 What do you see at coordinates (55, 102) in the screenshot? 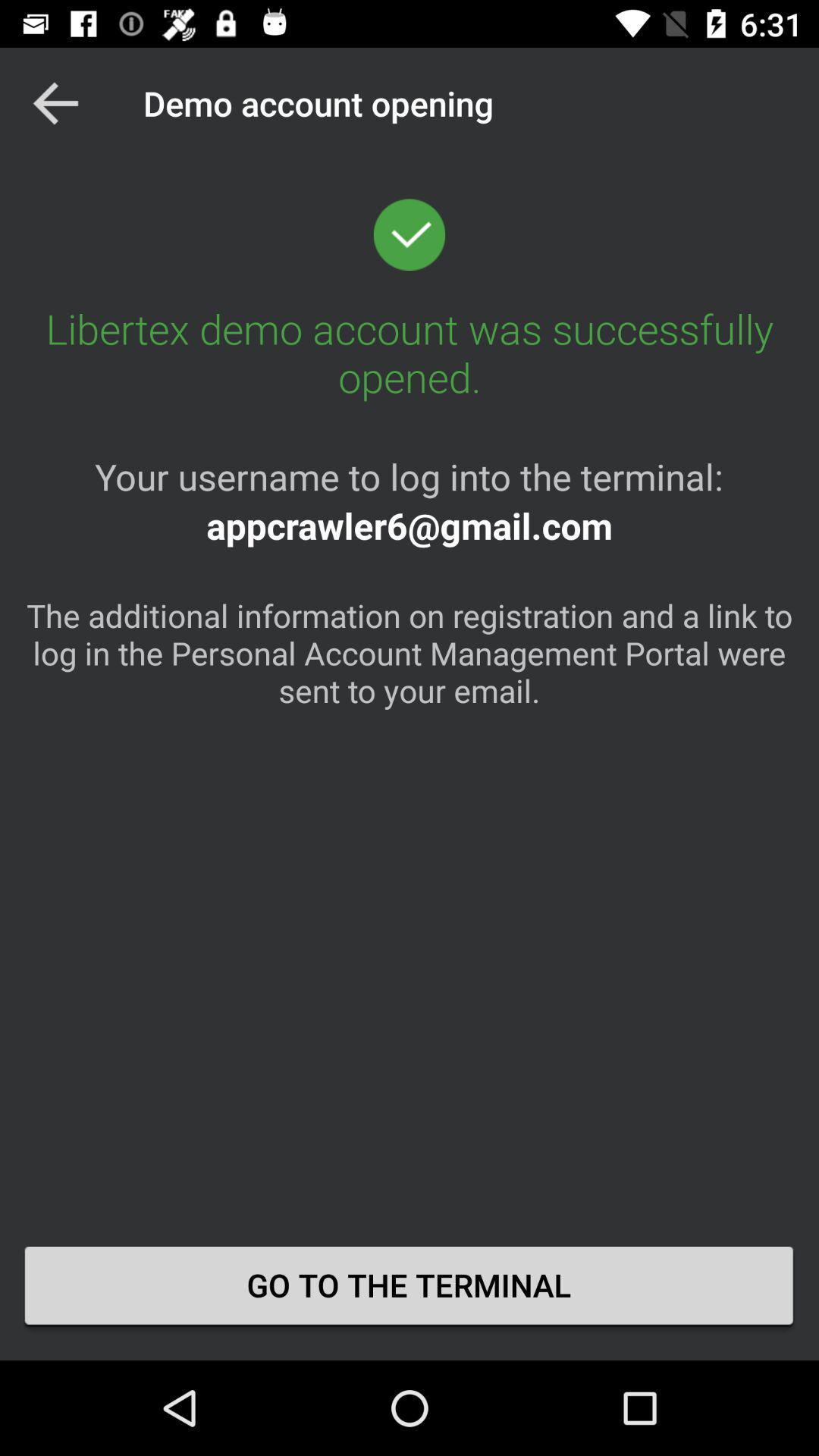
I see `the app to the left of the demo account opening app` at bounding box center [55, 102].